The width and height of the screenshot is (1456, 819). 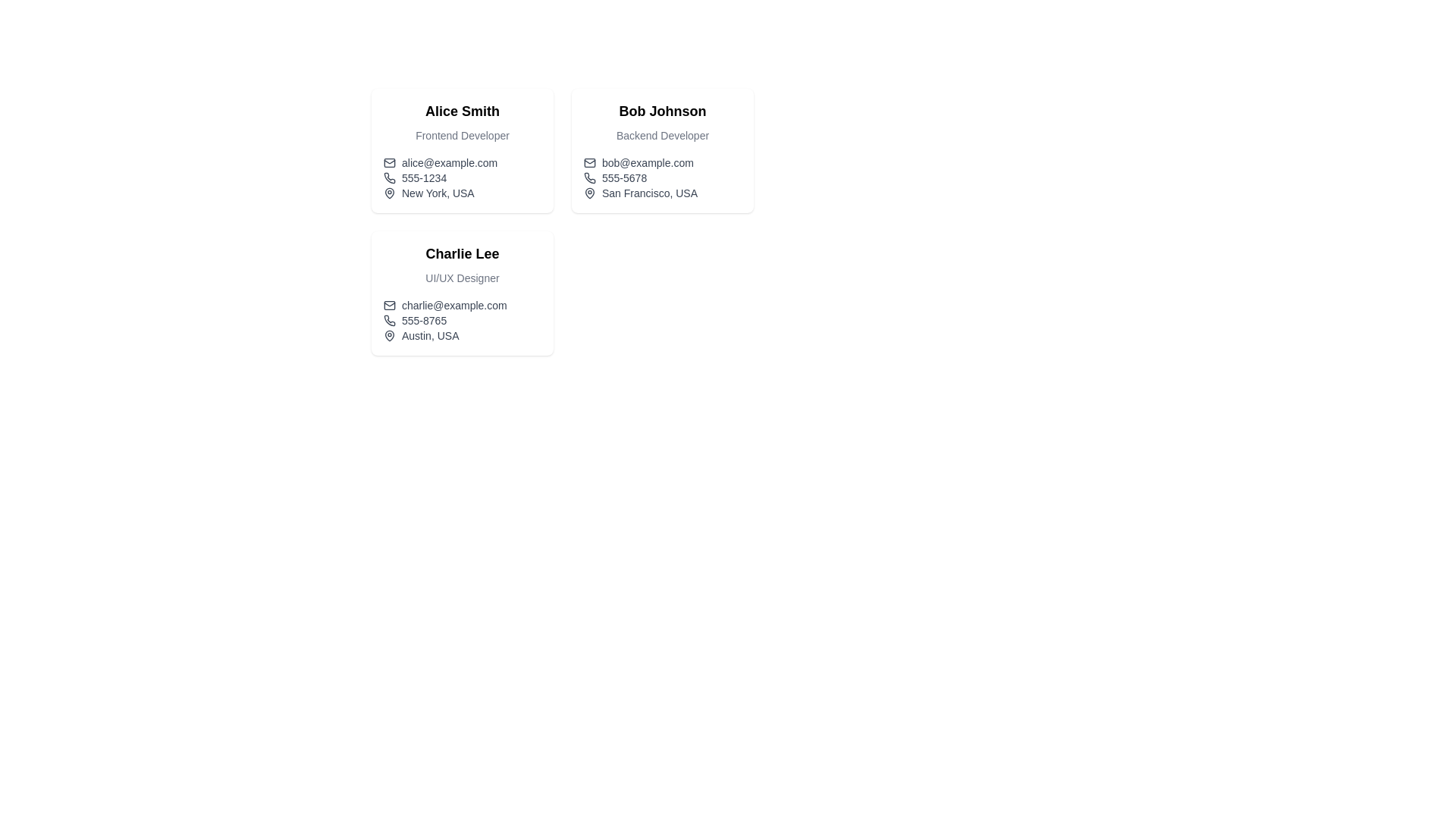 I want to click on the map location pin icon adjacent to the contact information for 'Bob Johnson', so click(x=588, y=192).